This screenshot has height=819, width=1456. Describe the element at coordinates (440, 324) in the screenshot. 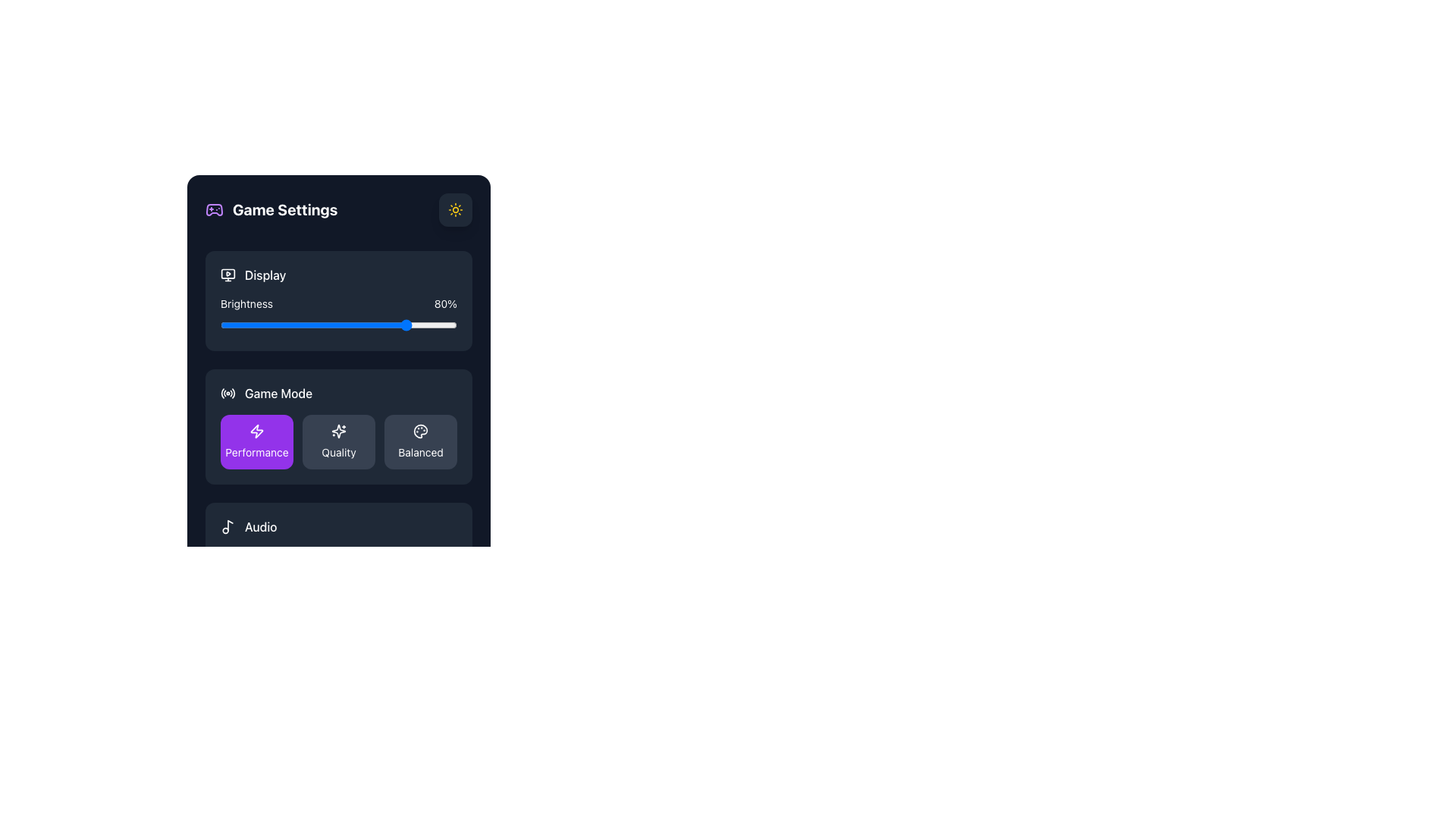

I see `brightness level` at that location.